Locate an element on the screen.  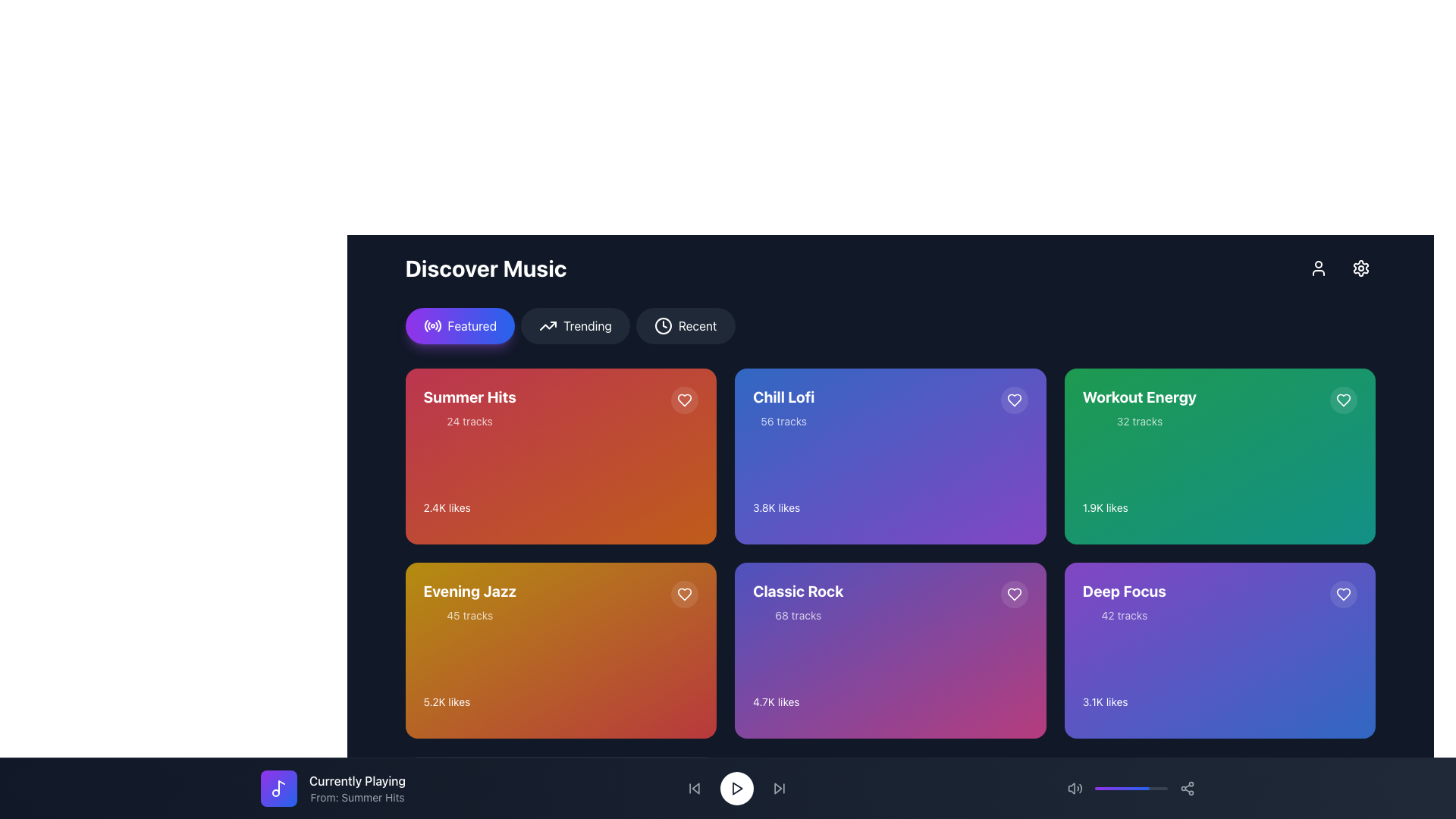
the triangular play button within the circular button located in the bottom-right corner of the 'Evening Jazz' media card is located at coordinates (680, 725).